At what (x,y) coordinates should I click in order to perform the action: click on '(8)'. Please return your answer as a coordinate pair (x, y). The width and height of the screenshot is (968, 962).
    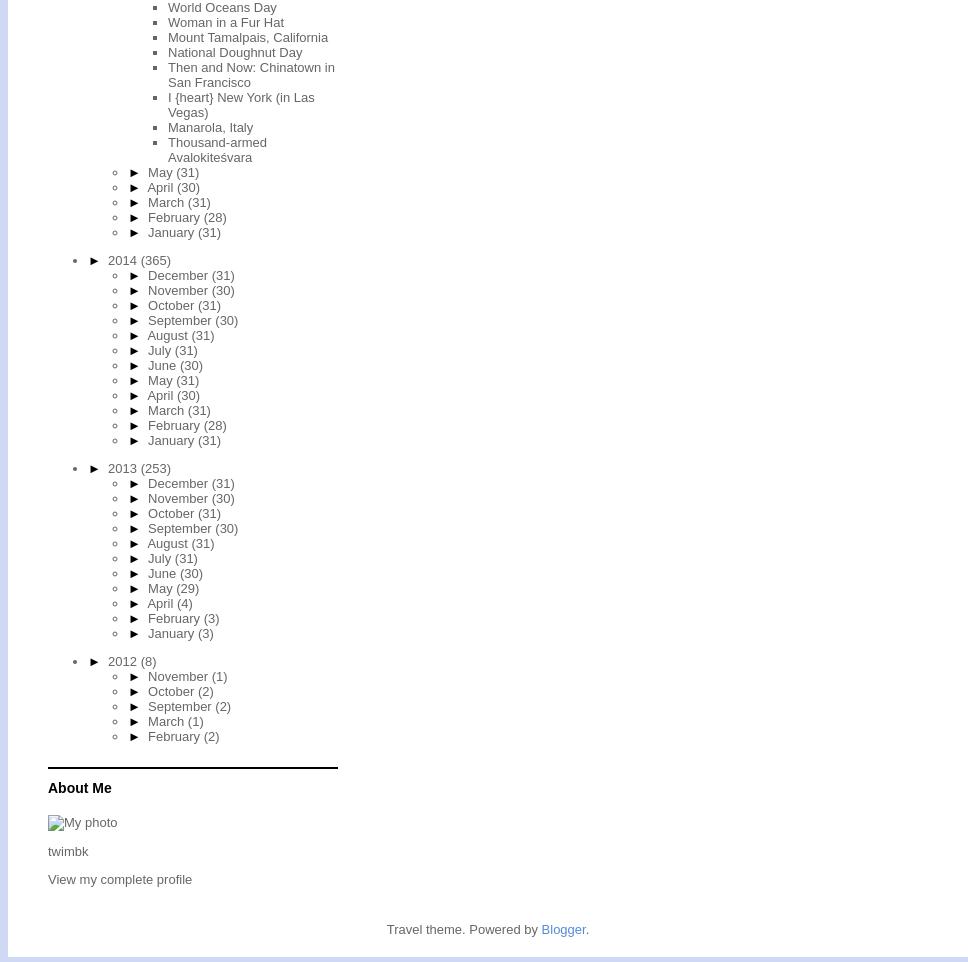
    Looking at the image, I should click on (147, 660).